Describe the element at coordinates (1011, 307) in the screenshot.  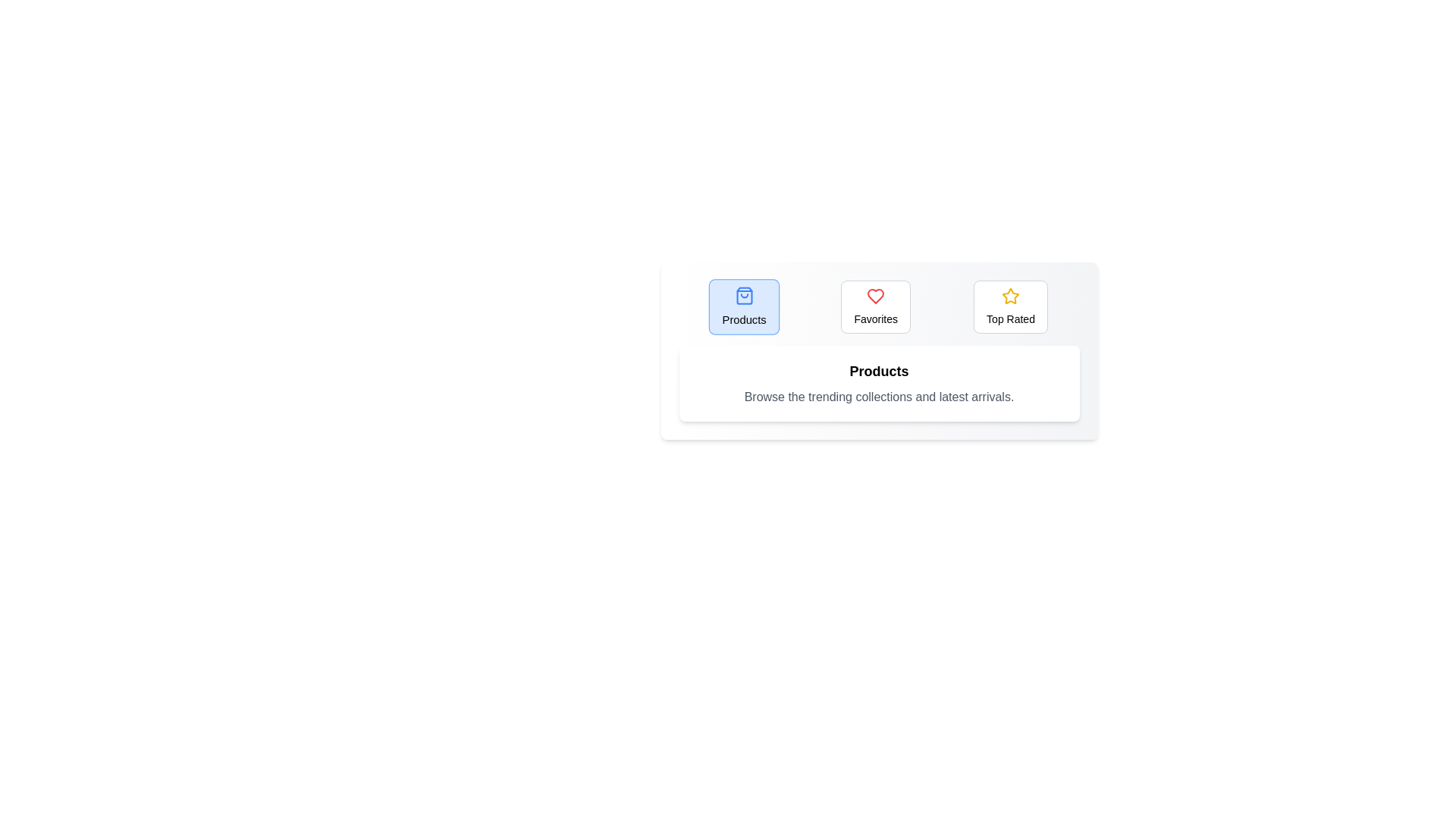
I see `the Top Rated tab` at that location.